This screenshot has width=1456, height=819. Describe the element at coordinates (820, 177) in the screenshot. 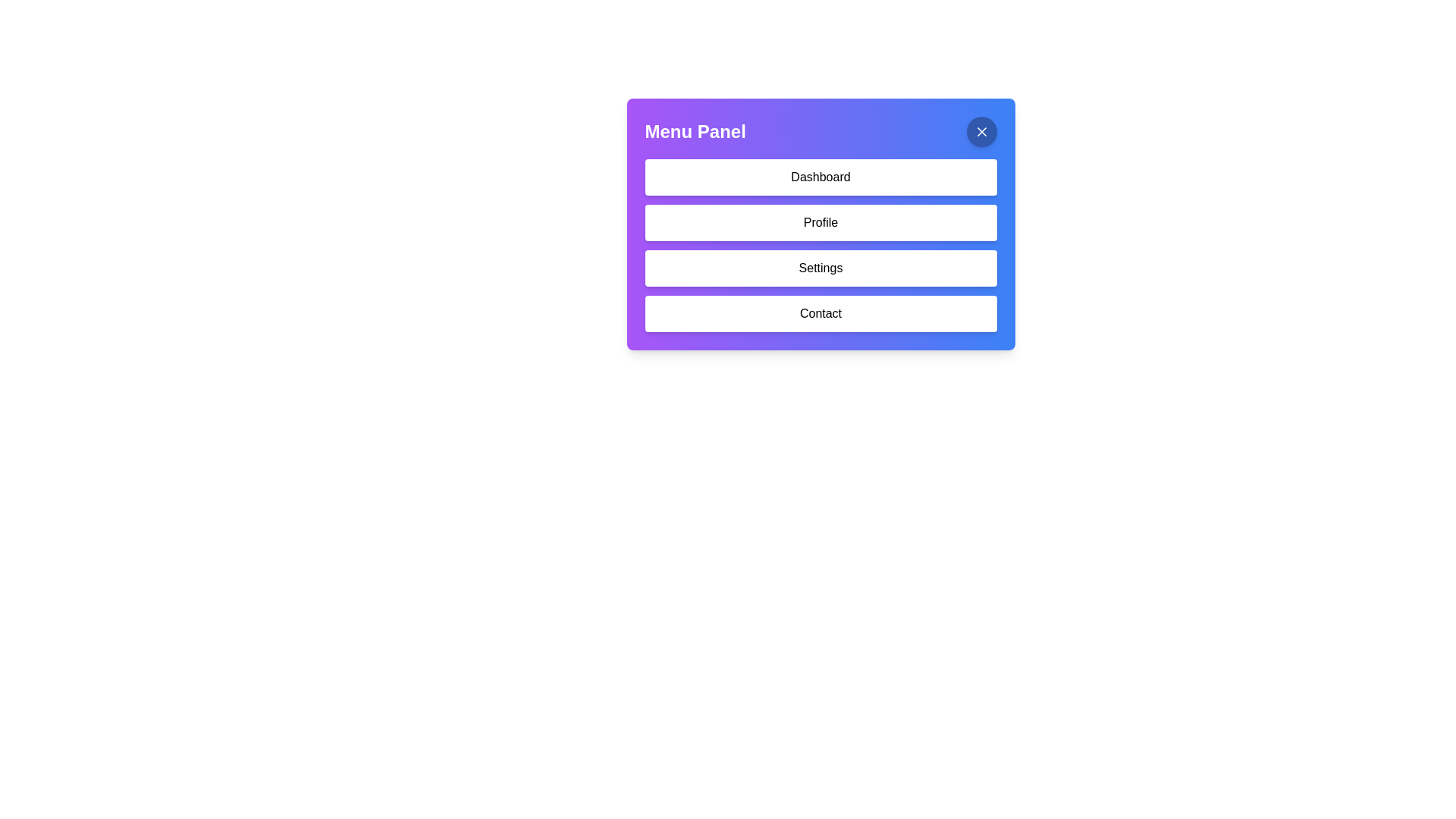

I see `the rectangular 'Dashboard' button, which is the first button in a vertically stacked group beneath the 'Menu Panel' header` at that location.